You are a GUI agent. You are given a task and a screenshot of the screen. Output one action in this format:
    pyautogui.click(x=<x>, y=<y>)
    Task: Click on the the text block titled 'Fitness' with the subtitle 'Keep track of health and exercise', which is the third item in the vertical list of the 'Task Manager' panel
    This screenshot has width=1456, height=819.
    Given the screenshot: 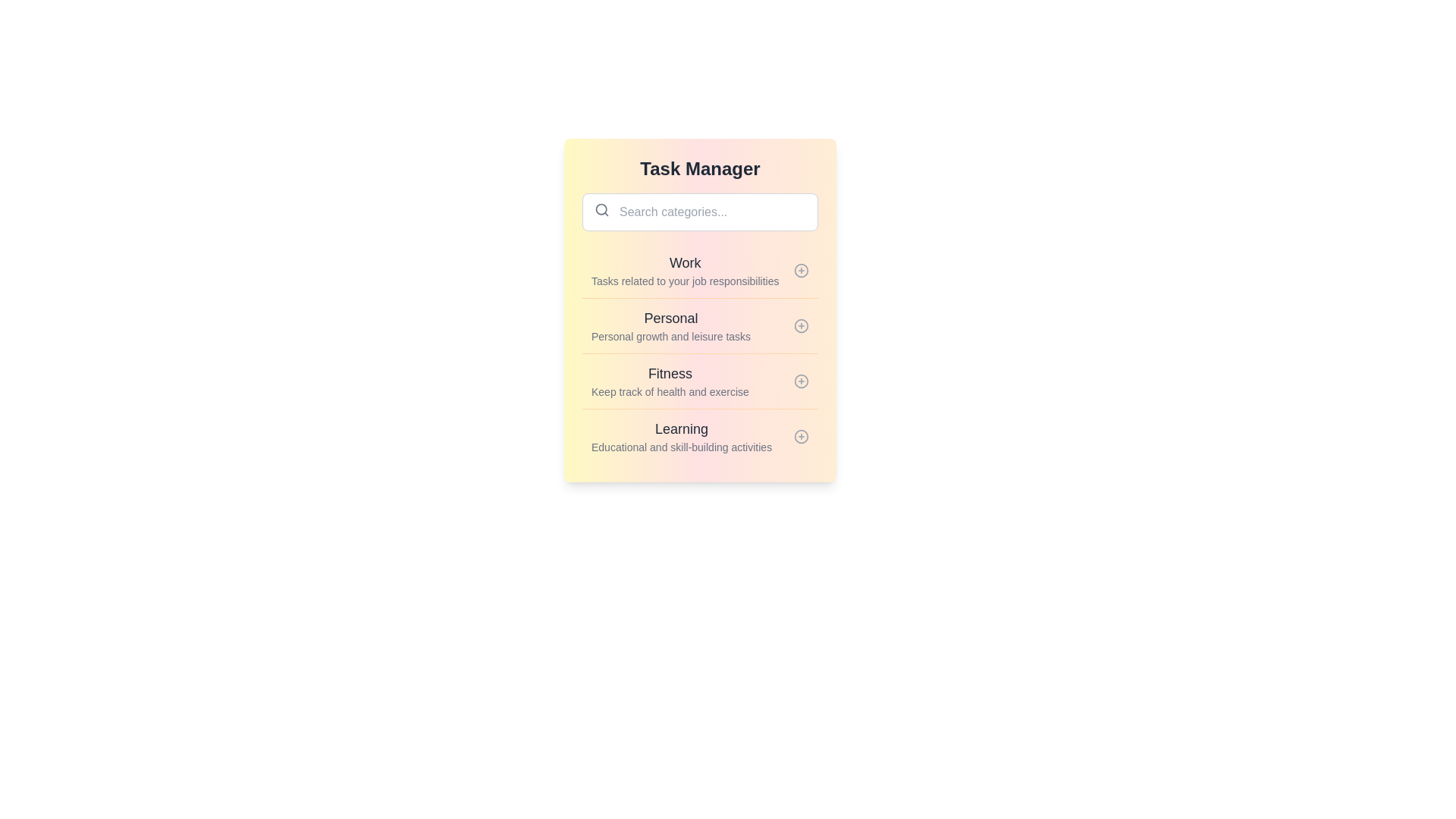 What is the action you would take?
    pyautogui.click(x=669, y=380)
    